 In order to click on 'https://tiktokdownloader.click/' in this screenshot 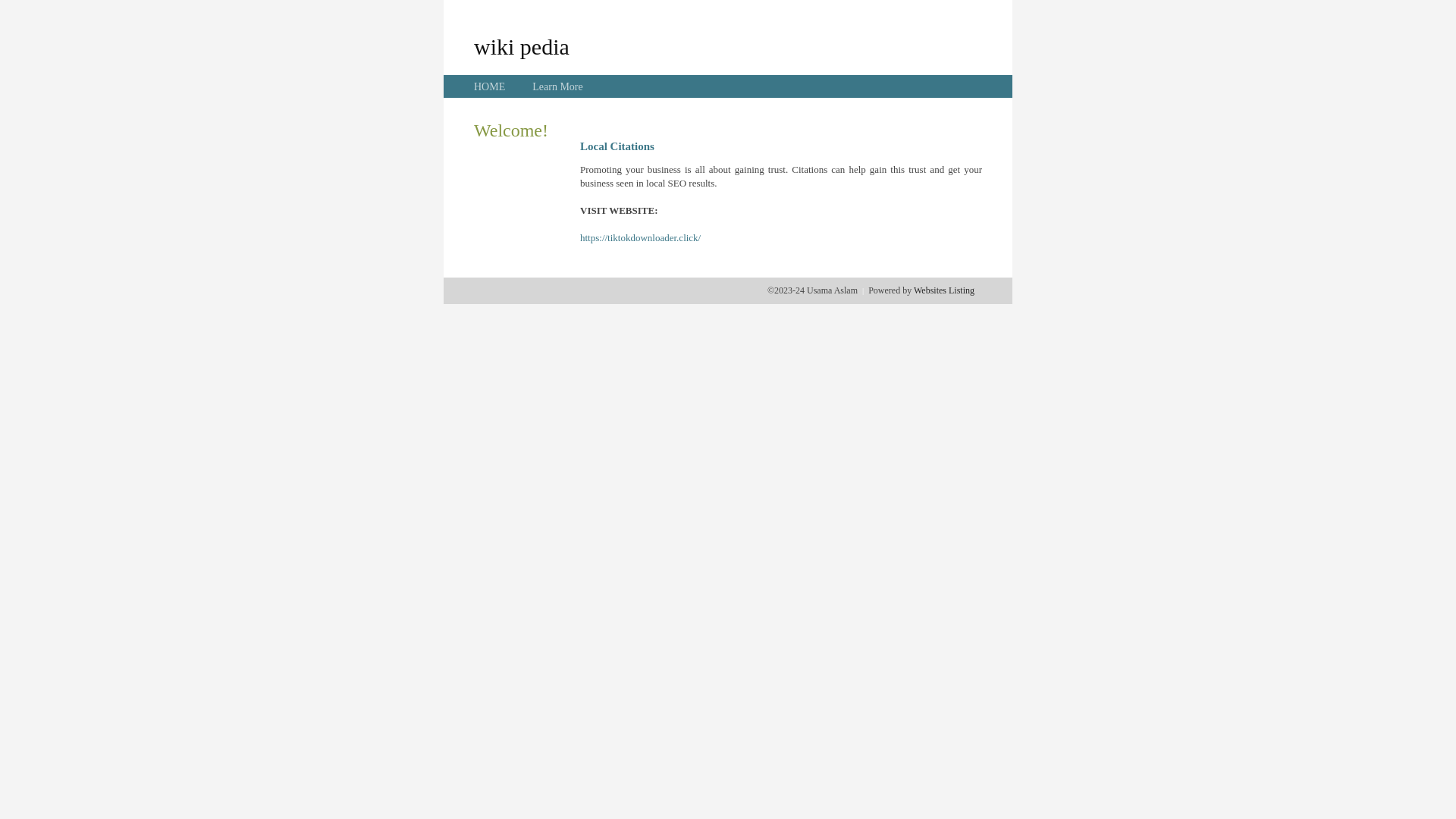, I will do `click(640, 237)`.